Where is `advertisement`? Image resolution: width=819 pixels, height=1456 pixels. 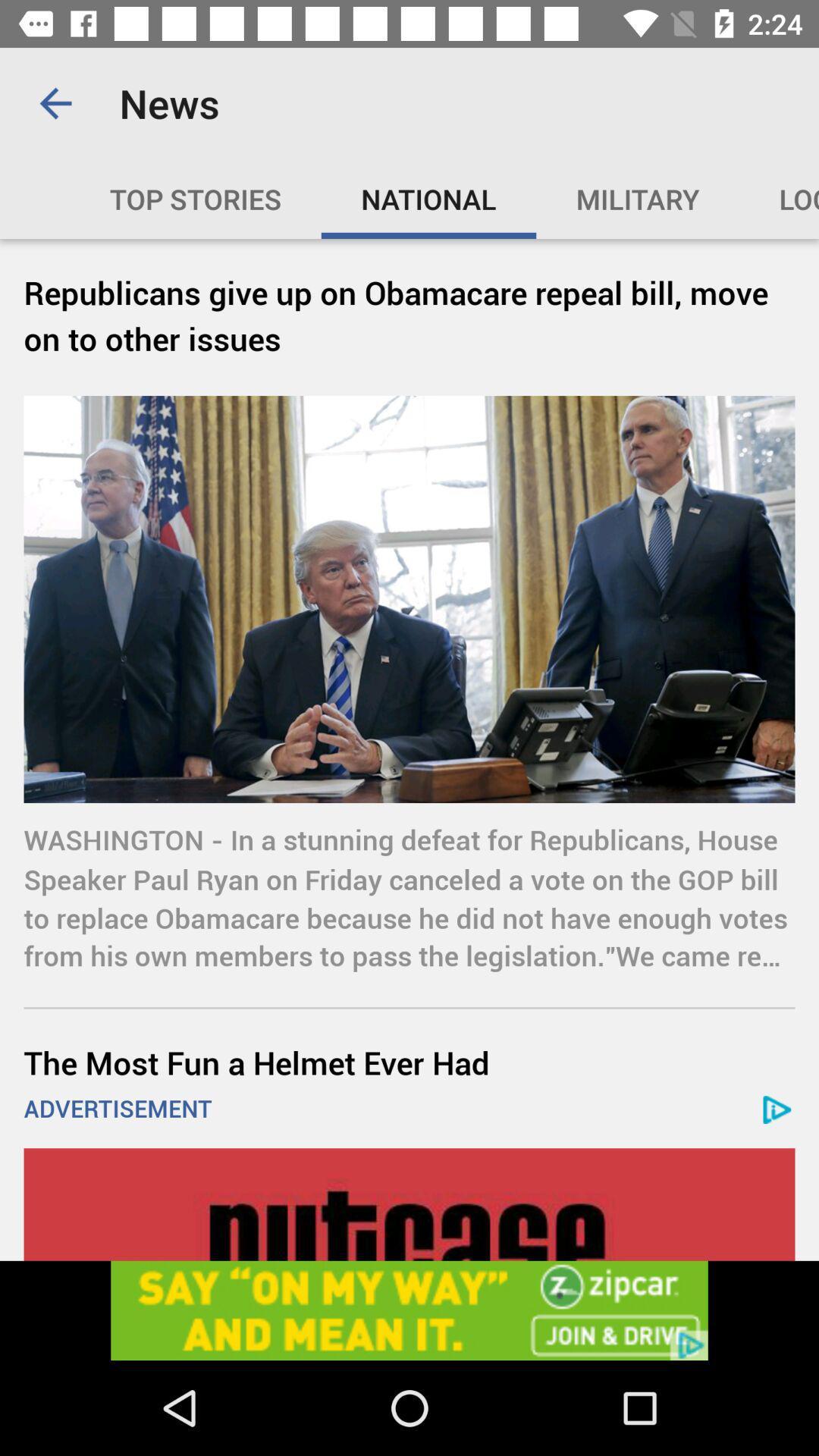 advertisement is located at coordinates (409, 1203).